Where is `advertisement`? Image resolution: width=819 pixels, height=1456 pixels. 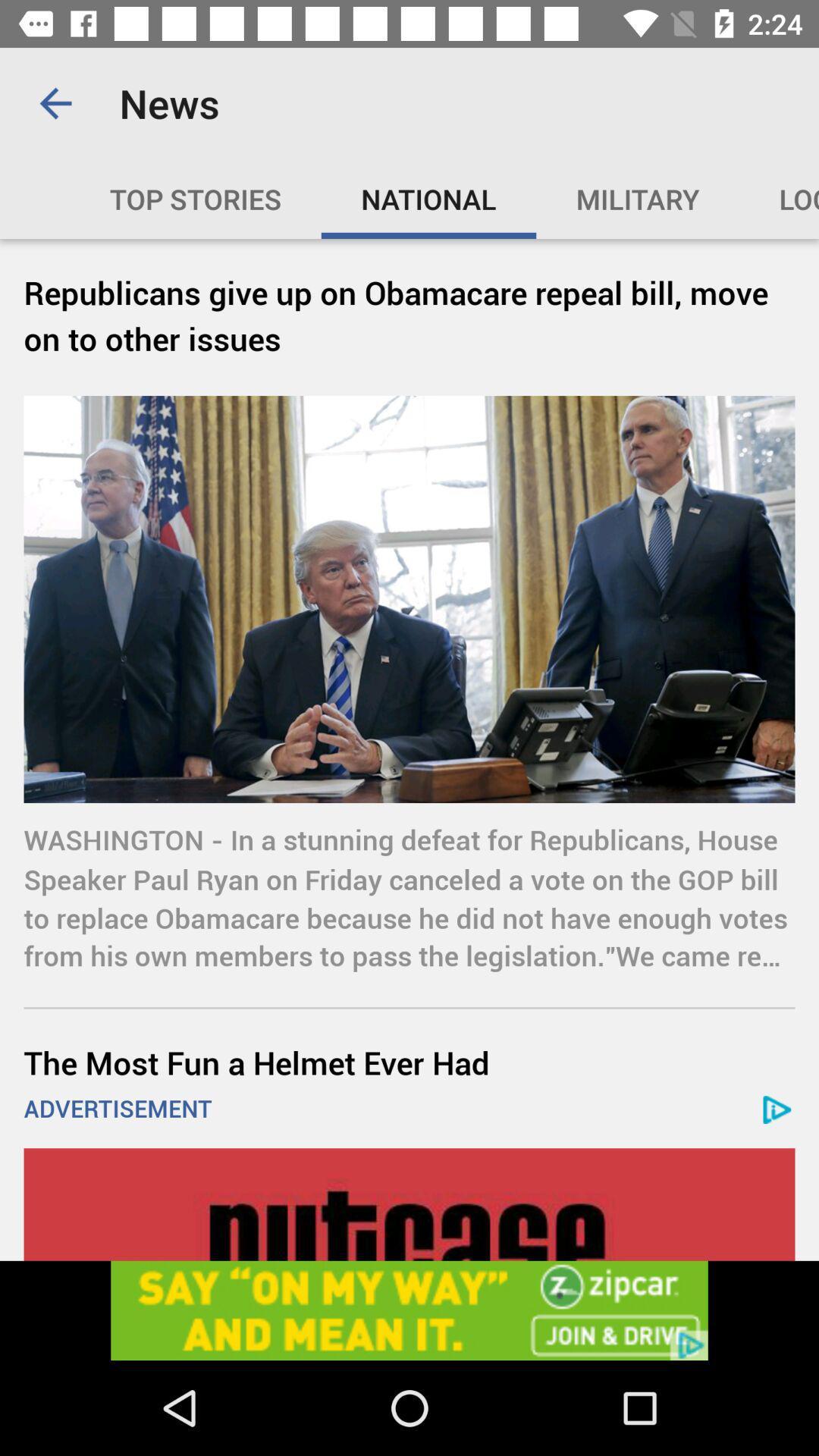 advertisement is located at coordinates (409, 1203).